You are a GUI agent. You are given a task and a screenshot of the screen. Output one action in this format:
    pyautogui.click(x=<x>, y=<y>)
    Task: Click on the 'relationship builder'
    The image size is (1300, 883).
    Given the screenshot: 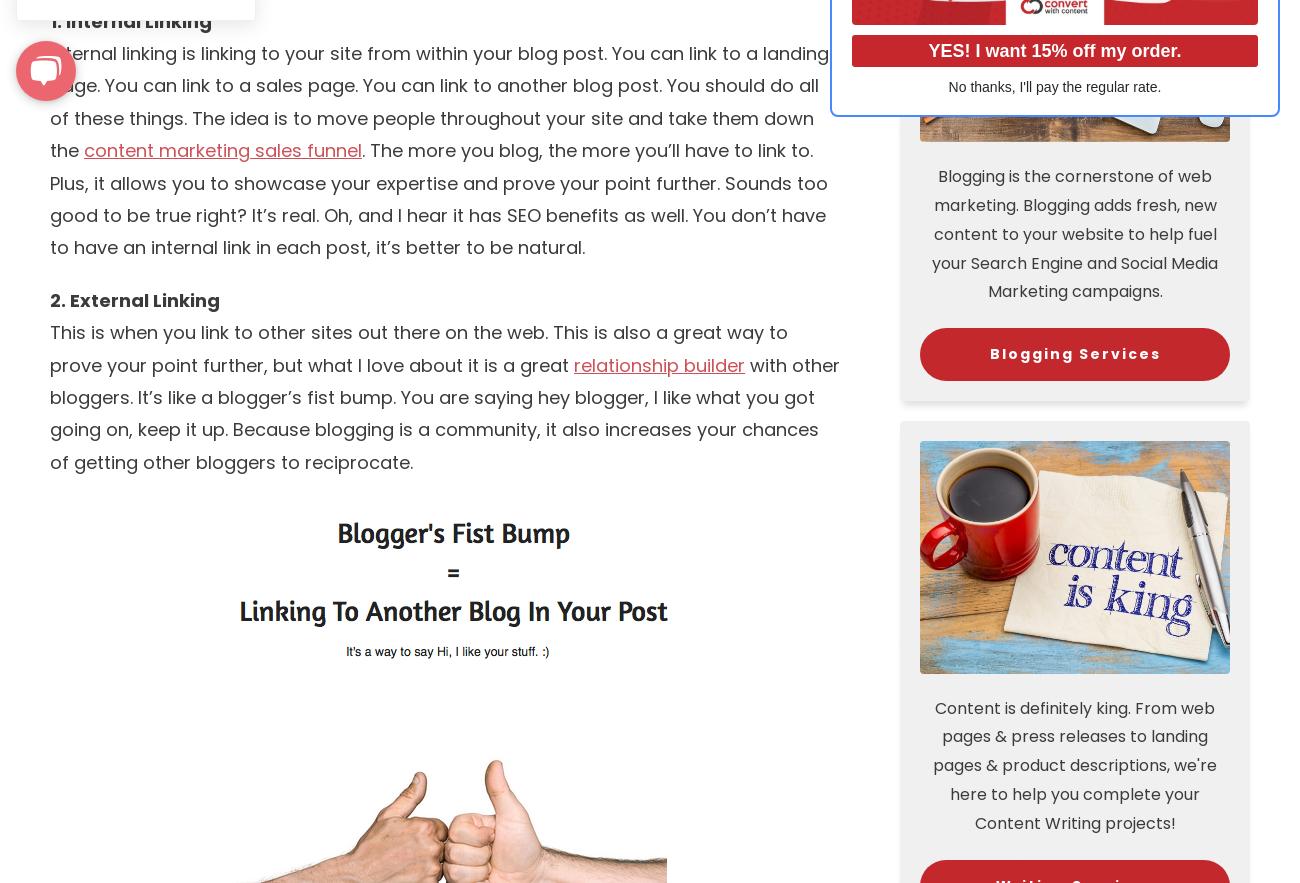 What is the action you would take?
    pyautogui.click(x=658, y=364)
    